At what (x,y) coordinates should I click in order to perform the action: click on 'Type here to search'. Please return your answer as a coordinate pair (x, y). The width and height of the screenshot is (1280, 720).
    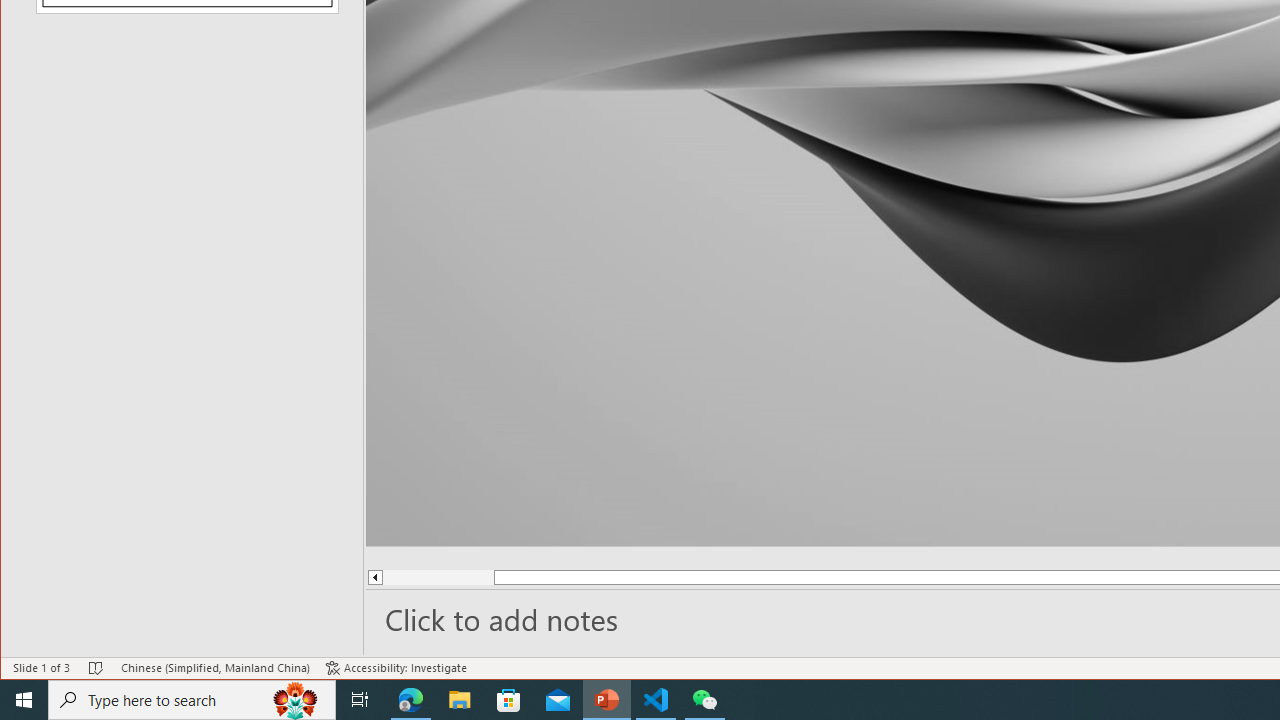
    Looking at the image, I should click on (192, 698).